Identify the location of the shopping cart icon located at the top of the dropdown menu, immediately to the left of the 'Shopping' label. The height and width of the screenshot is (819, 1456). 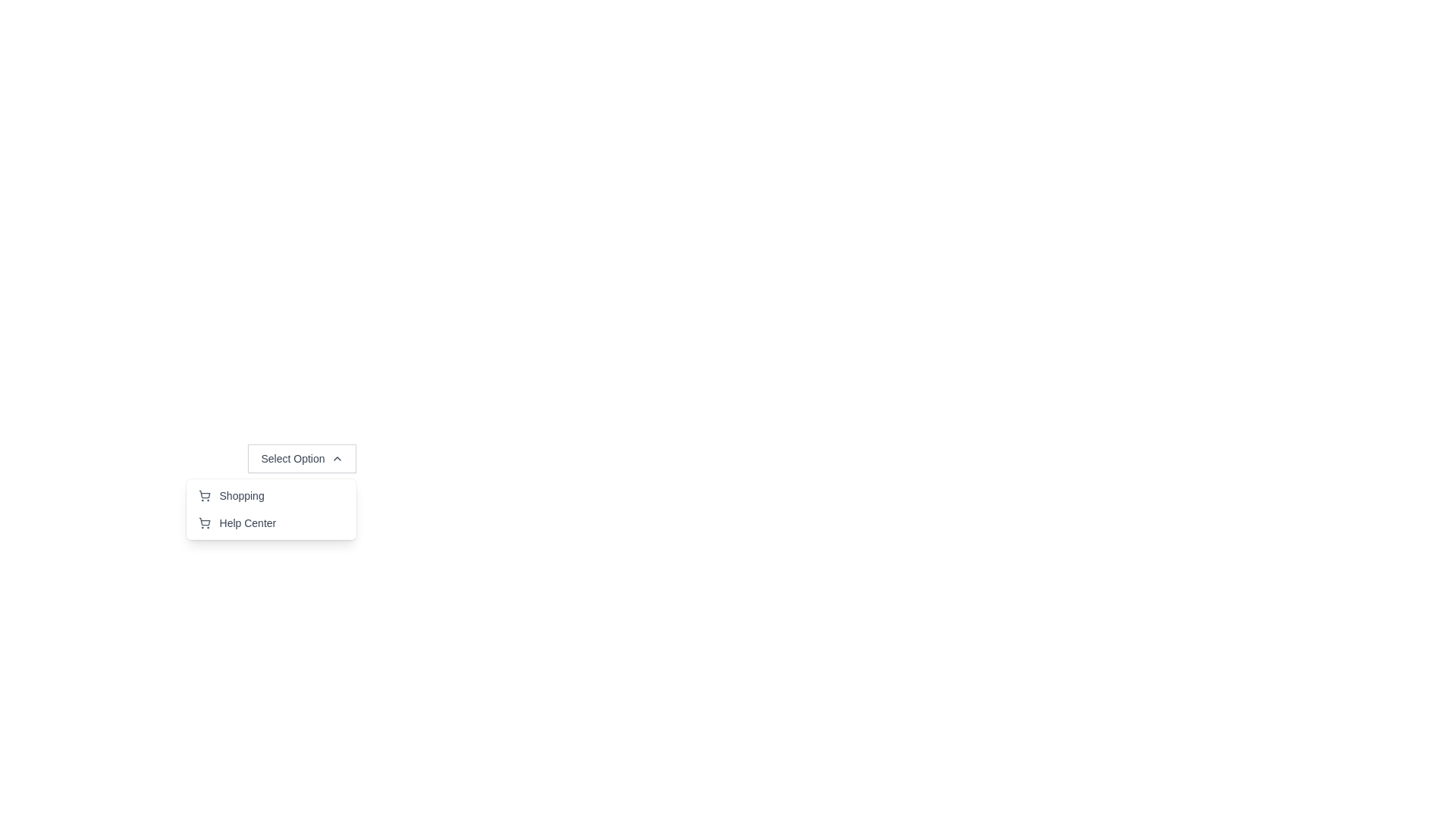
(203, 496).